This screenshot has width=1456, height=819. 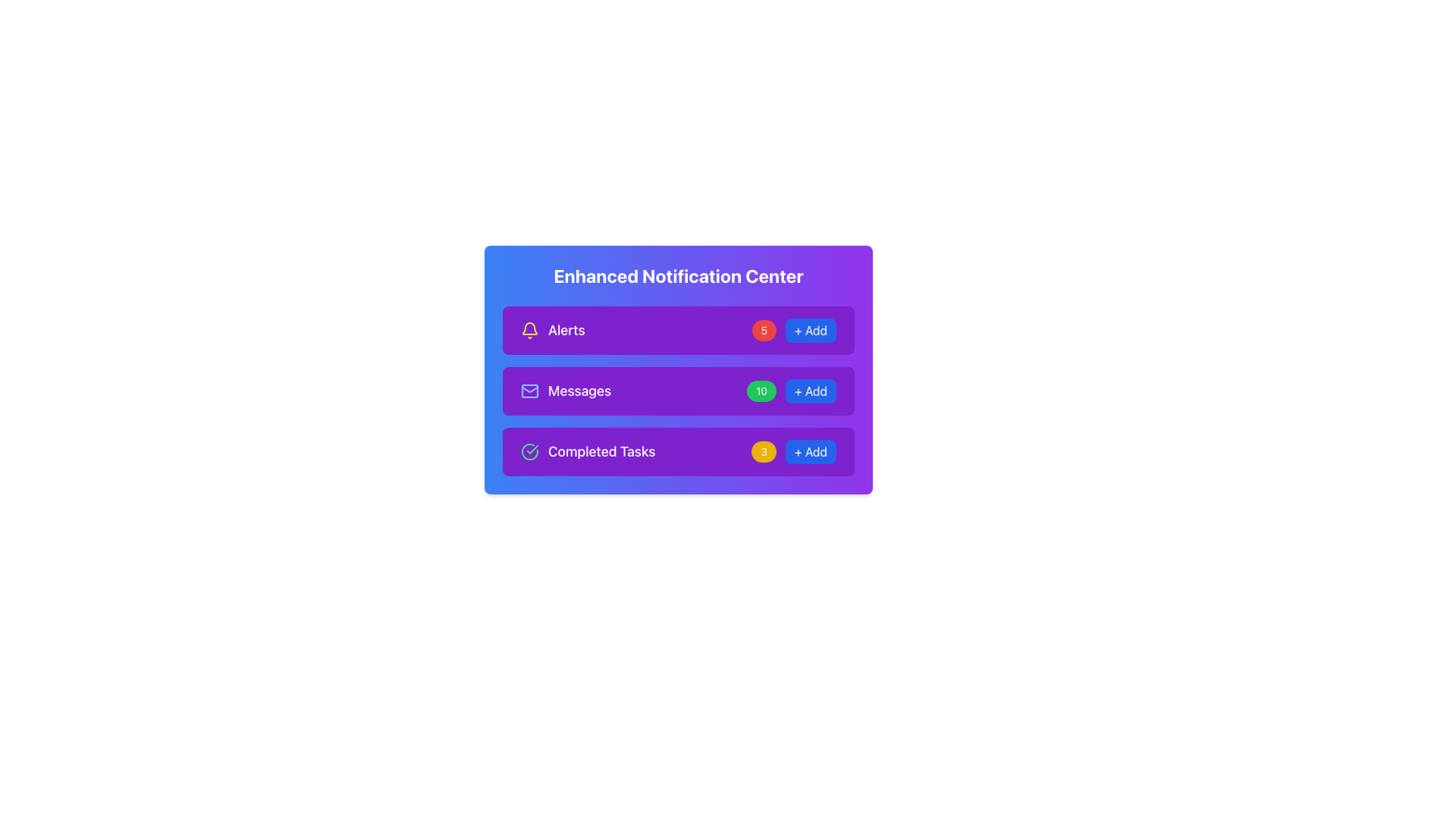 I want to click on the icon that indicates tasks in the 'Completed Tasks' section, located to the left of the text 'Completed Tasks', so click(x=530, y=451).